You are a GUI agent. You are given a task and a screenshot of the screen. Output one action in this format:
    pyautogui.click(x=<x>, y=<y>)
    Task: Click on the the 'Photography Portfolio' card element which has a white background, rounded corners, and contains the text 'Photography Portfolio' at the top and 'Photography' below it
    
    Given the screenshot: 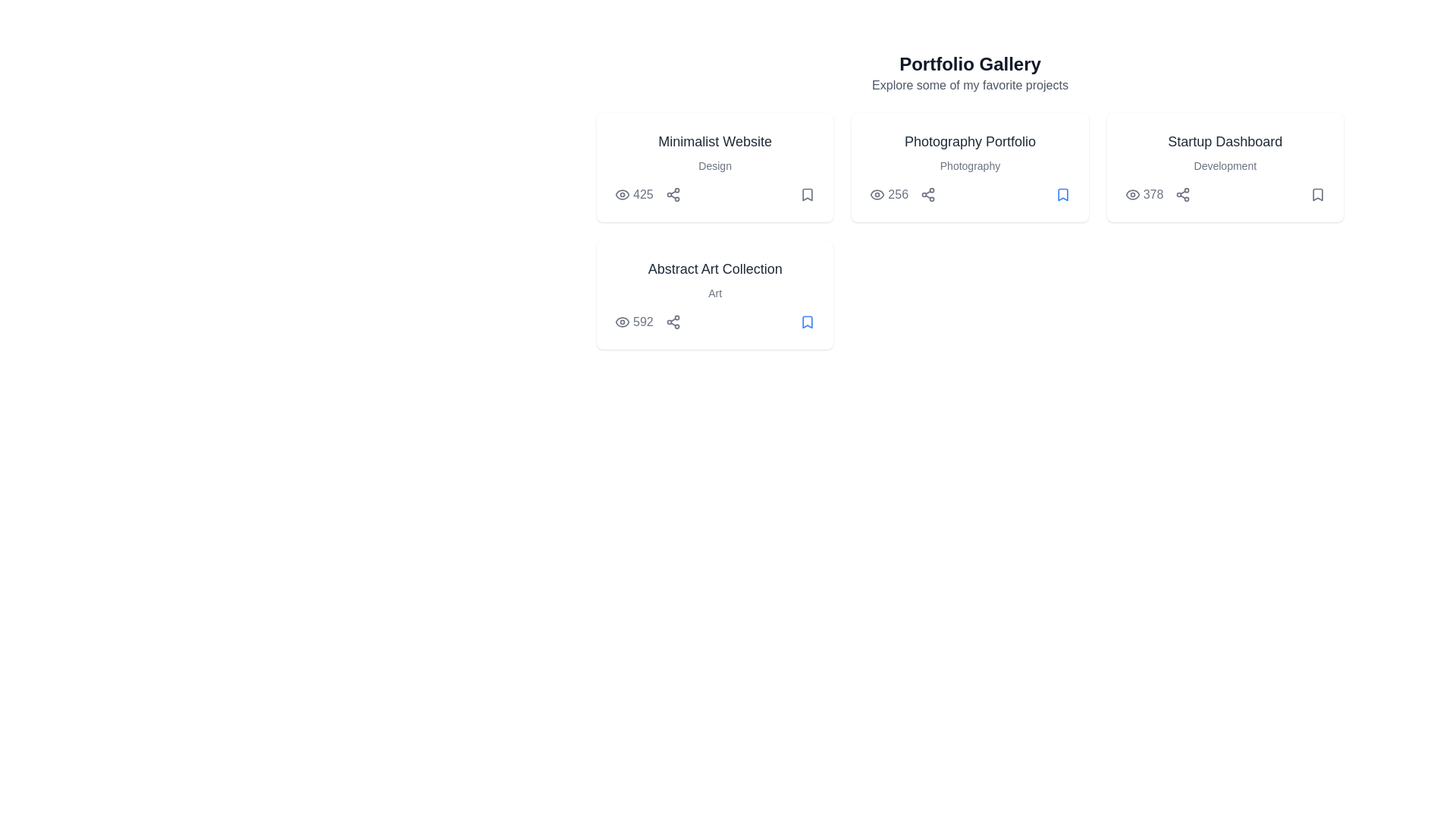 What is the action you would take?
    pyautogui.click(x=969, y=167)
    